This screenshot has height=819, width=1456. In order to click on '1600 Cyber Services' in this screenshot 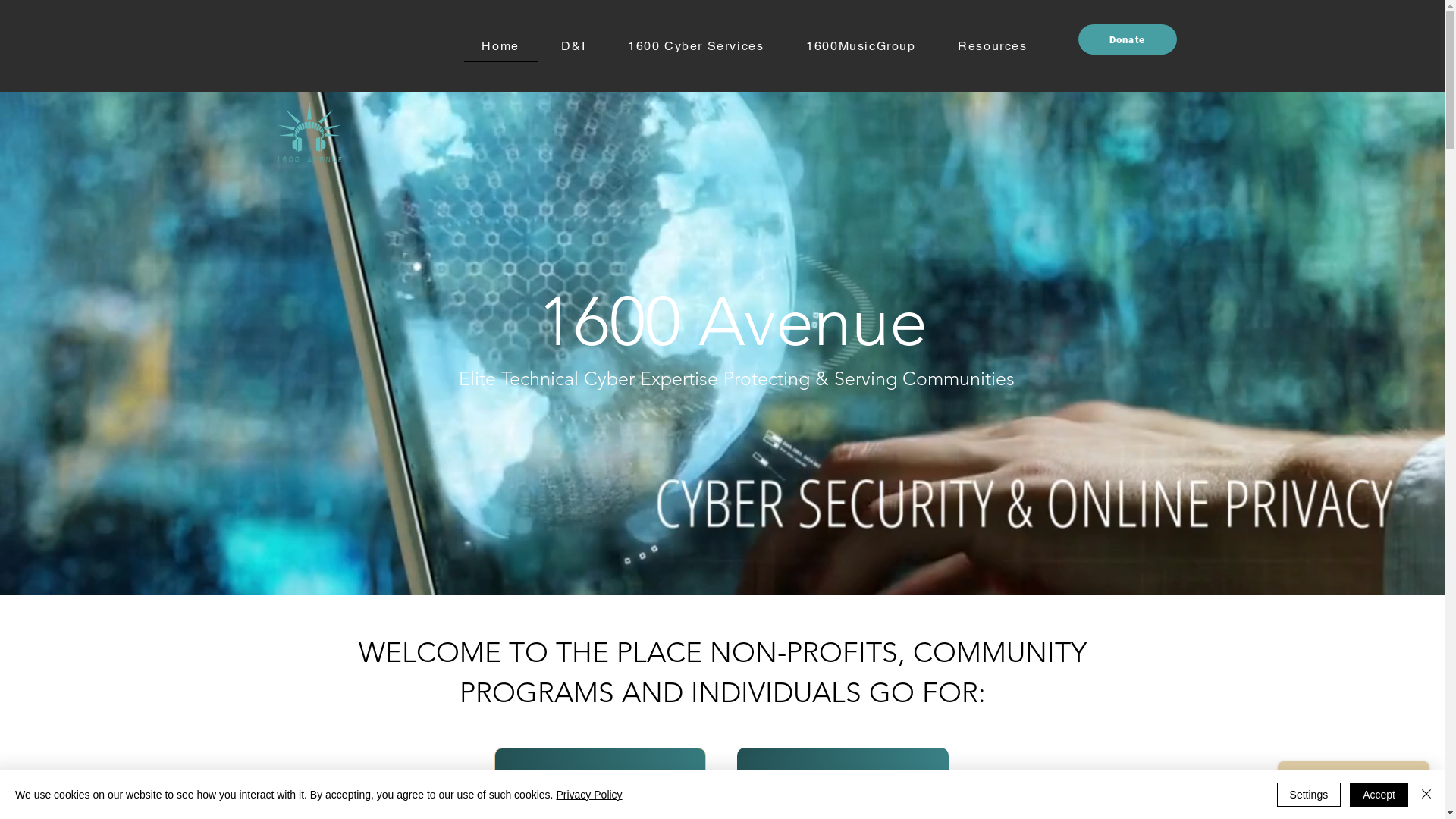, I will do `click(695, 45)`.